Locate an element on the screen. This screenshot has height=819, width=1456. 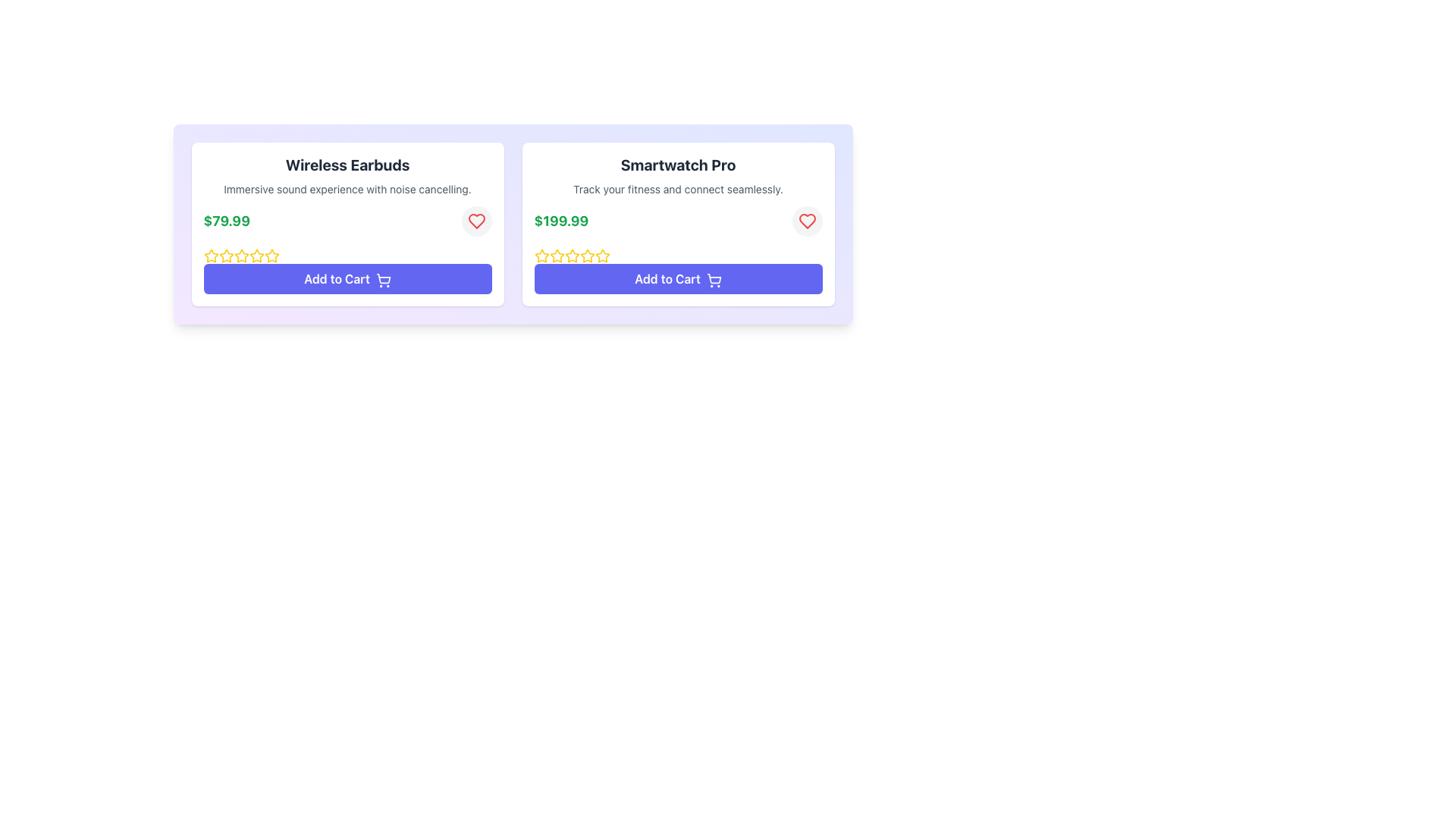
the favorite button located at the top-right corner of the product card, adjacent to the green price text of $79.99, to mark the item as favorite is located at coordinates (475, 221).